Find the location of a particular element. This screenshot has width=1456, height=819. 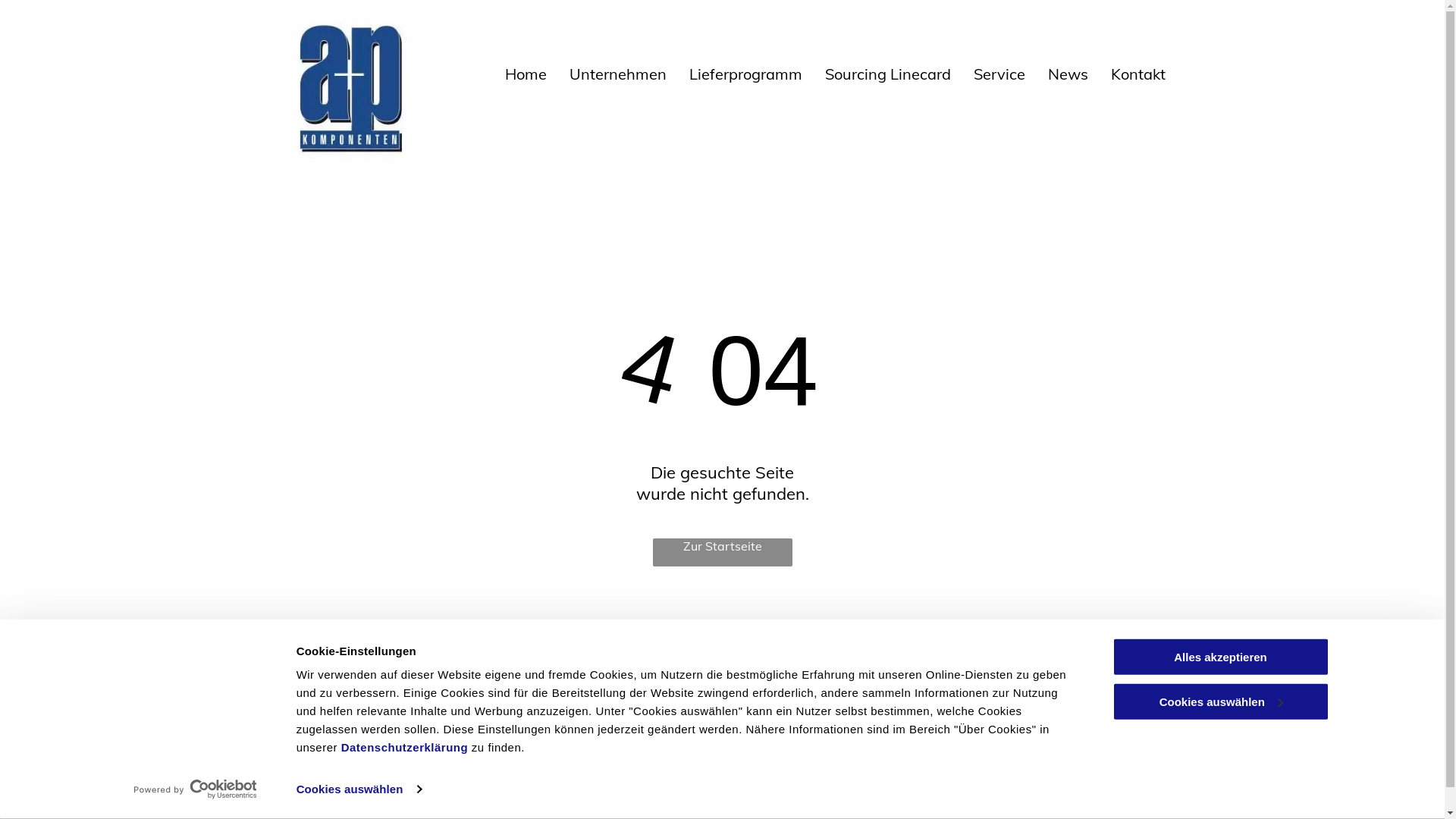

'Home' is located at coordinates (514, 74).